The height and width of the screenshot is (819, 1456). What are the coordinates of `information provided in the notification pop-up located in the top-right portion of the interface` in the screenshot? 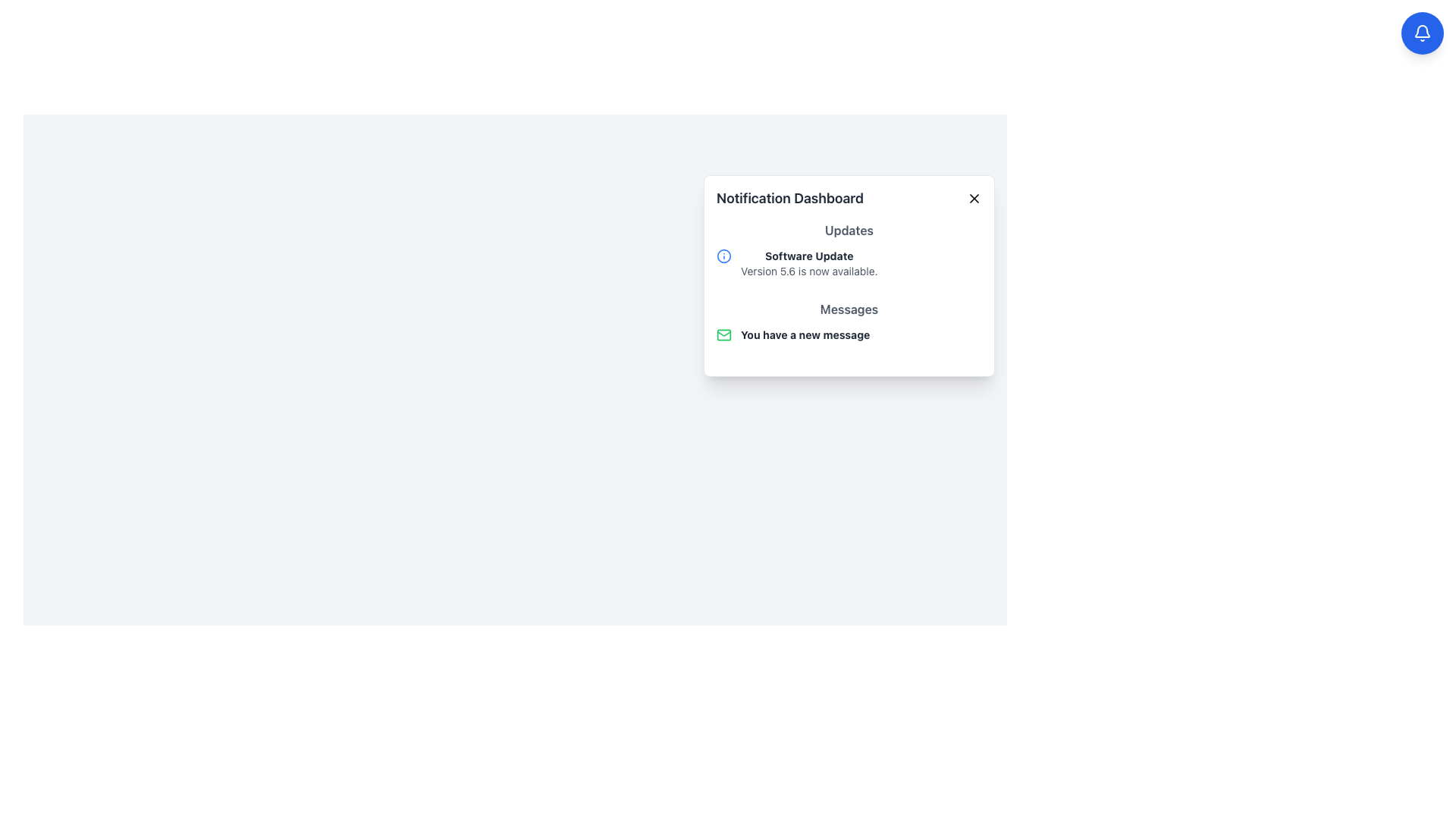 It's located at (848, 275).